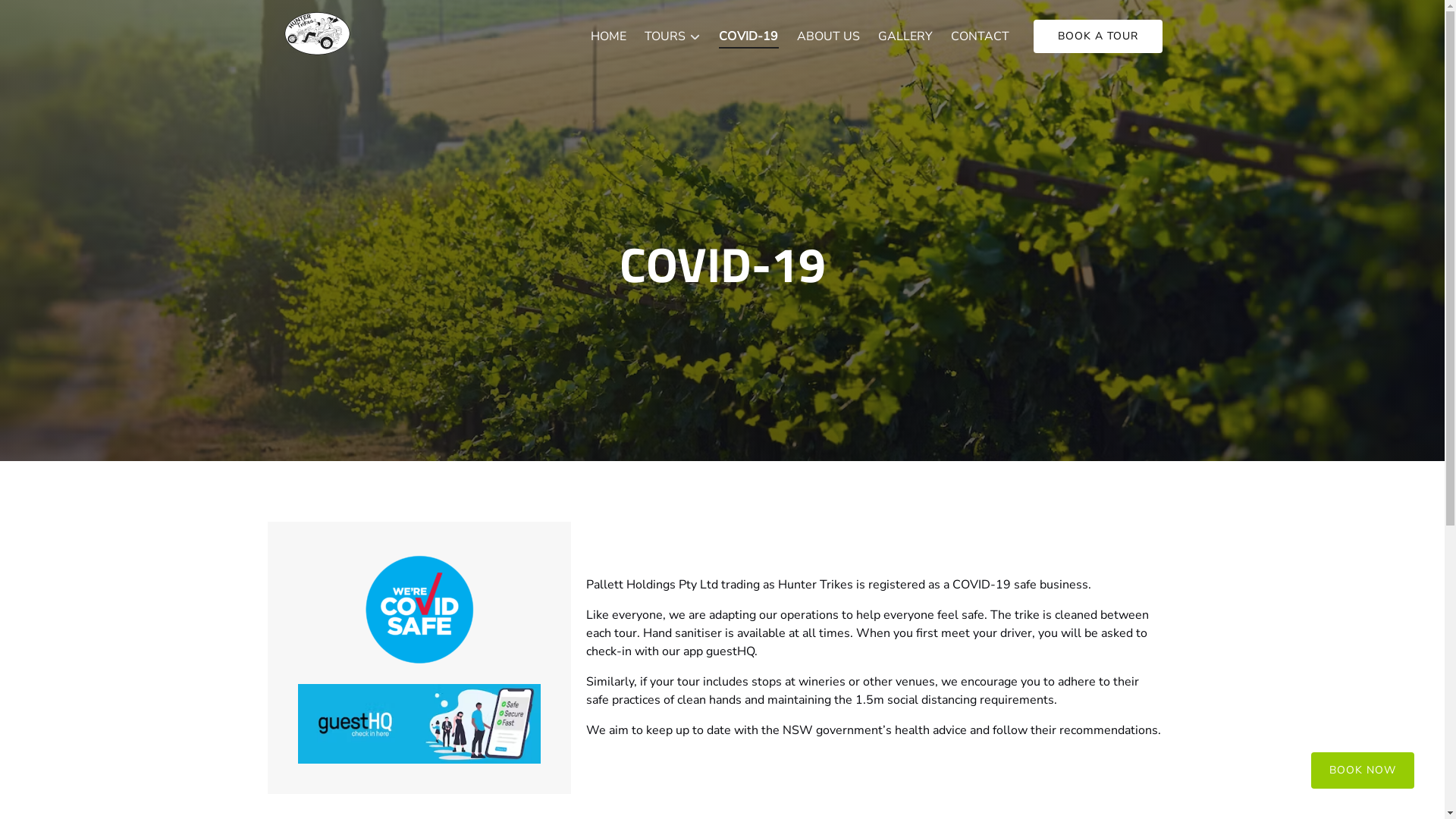 This screenshot has height=819, width=1456. I want to click on 'TOURS', so click(672, 35).